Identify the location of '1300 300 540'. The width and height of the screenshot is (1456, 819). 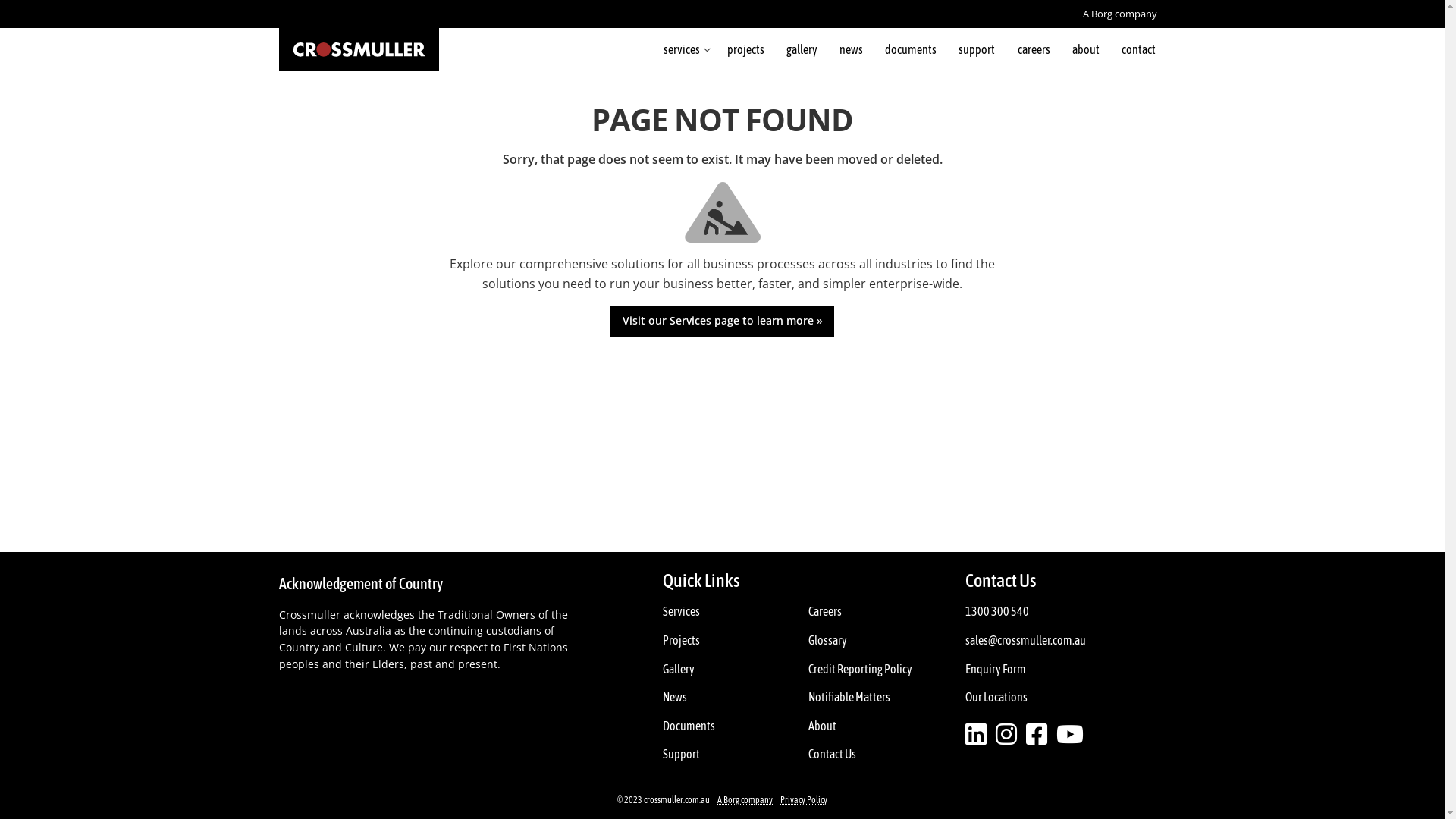
(960, 610).